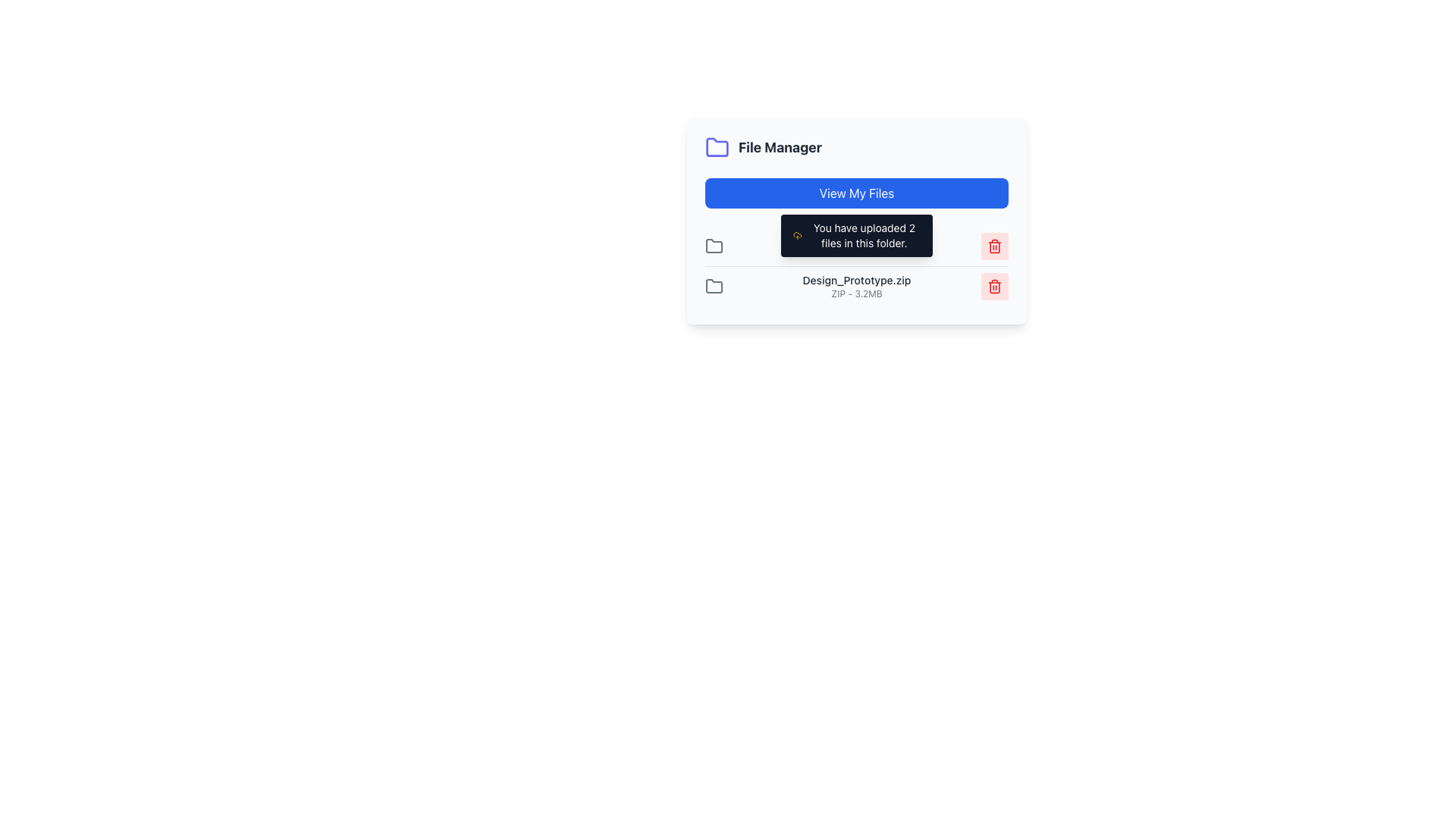  Describe the element at coordinates (856, 236) in the screenshot. I see `the Status Tooltip that displays the number of files recently uploaded, positioned beneath the 'View My Files' button` at that location.